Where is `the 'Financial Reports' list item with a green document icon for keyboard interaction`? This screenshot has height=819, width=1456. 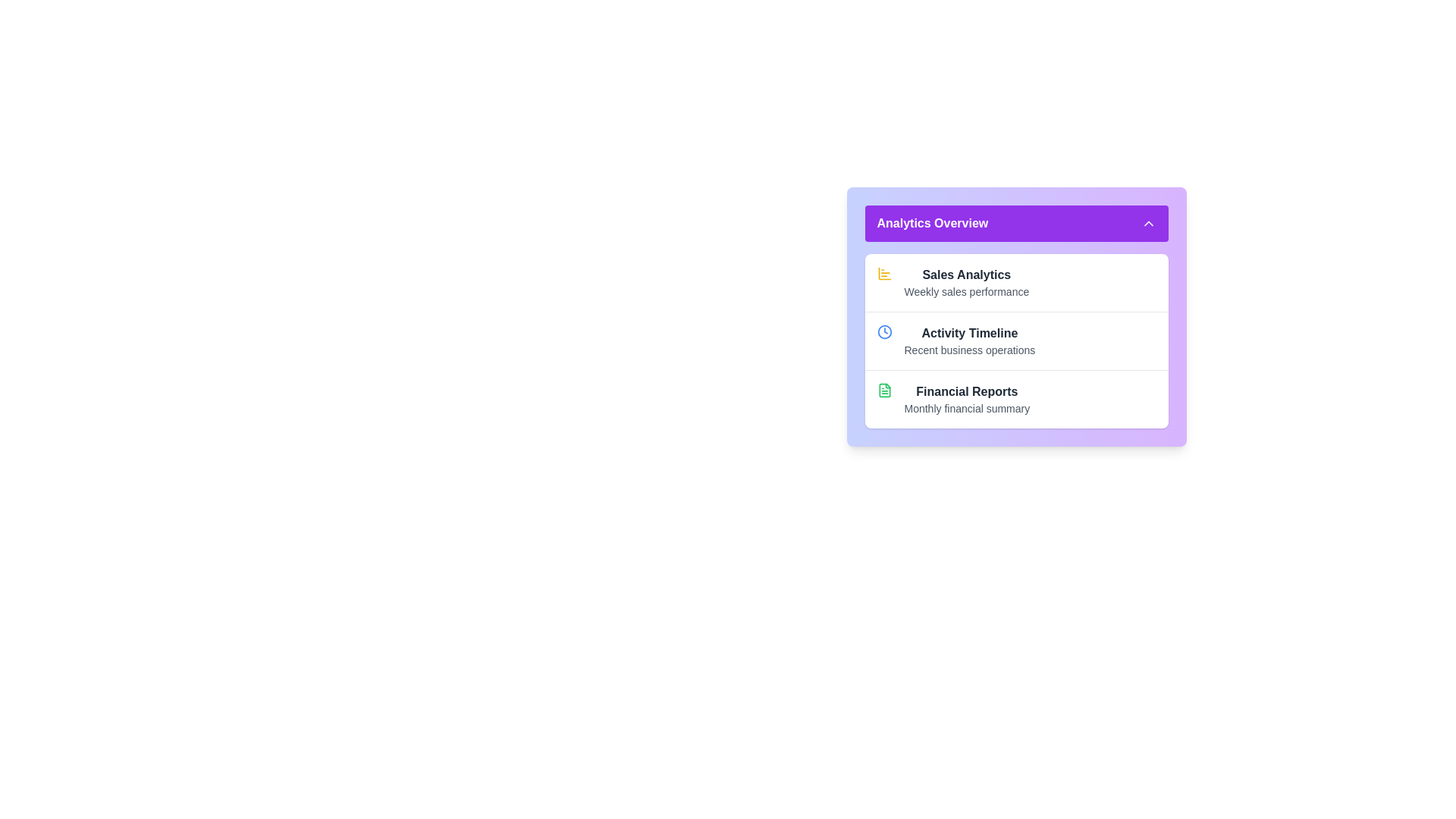
the 'Financial Reports' list item with a green document icon for keyboard interaction is located at coordinates (1016, 398).